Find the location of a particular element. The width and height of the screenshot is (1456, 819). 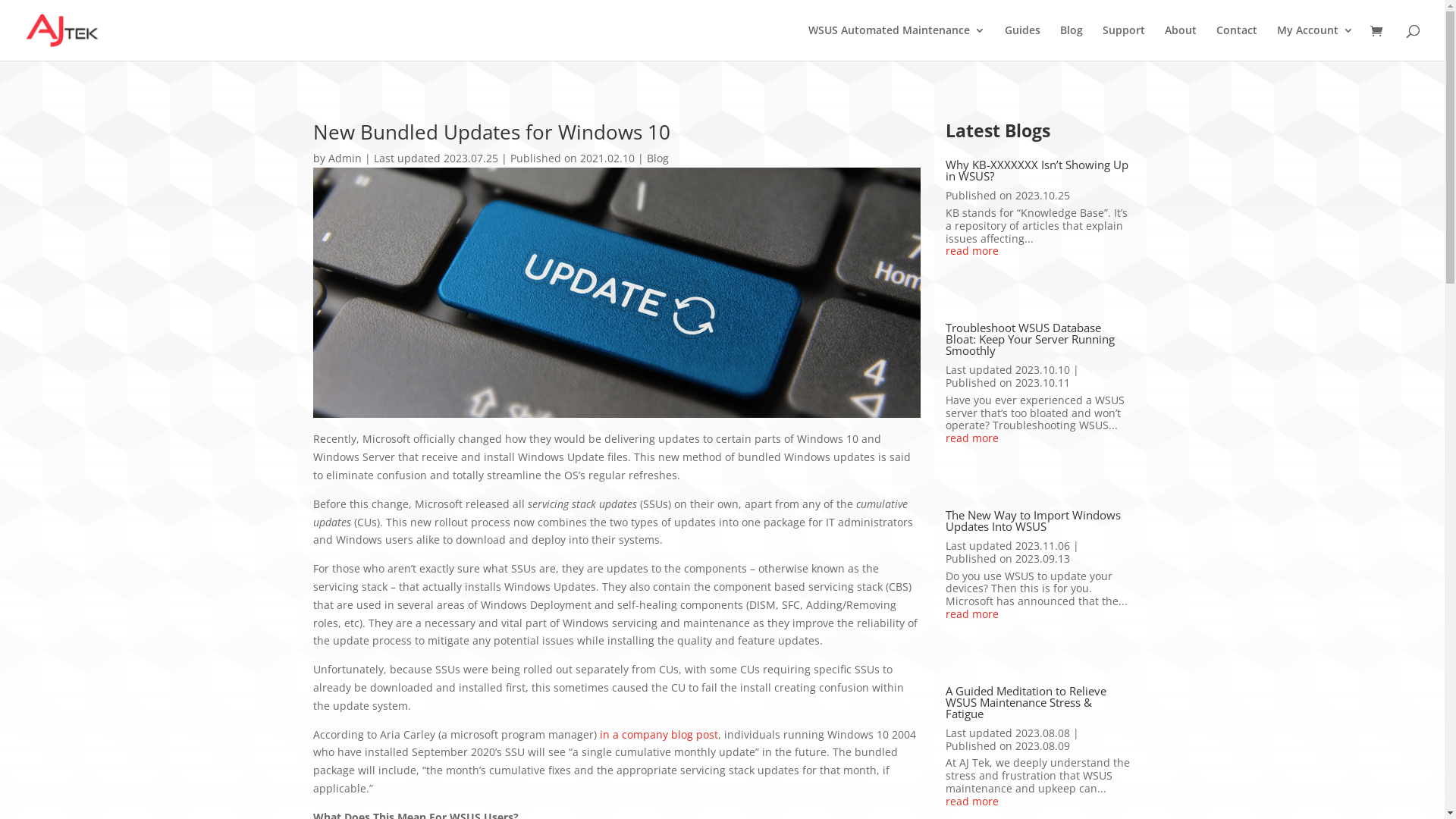

'read more' is located at coordinates (945, 801).